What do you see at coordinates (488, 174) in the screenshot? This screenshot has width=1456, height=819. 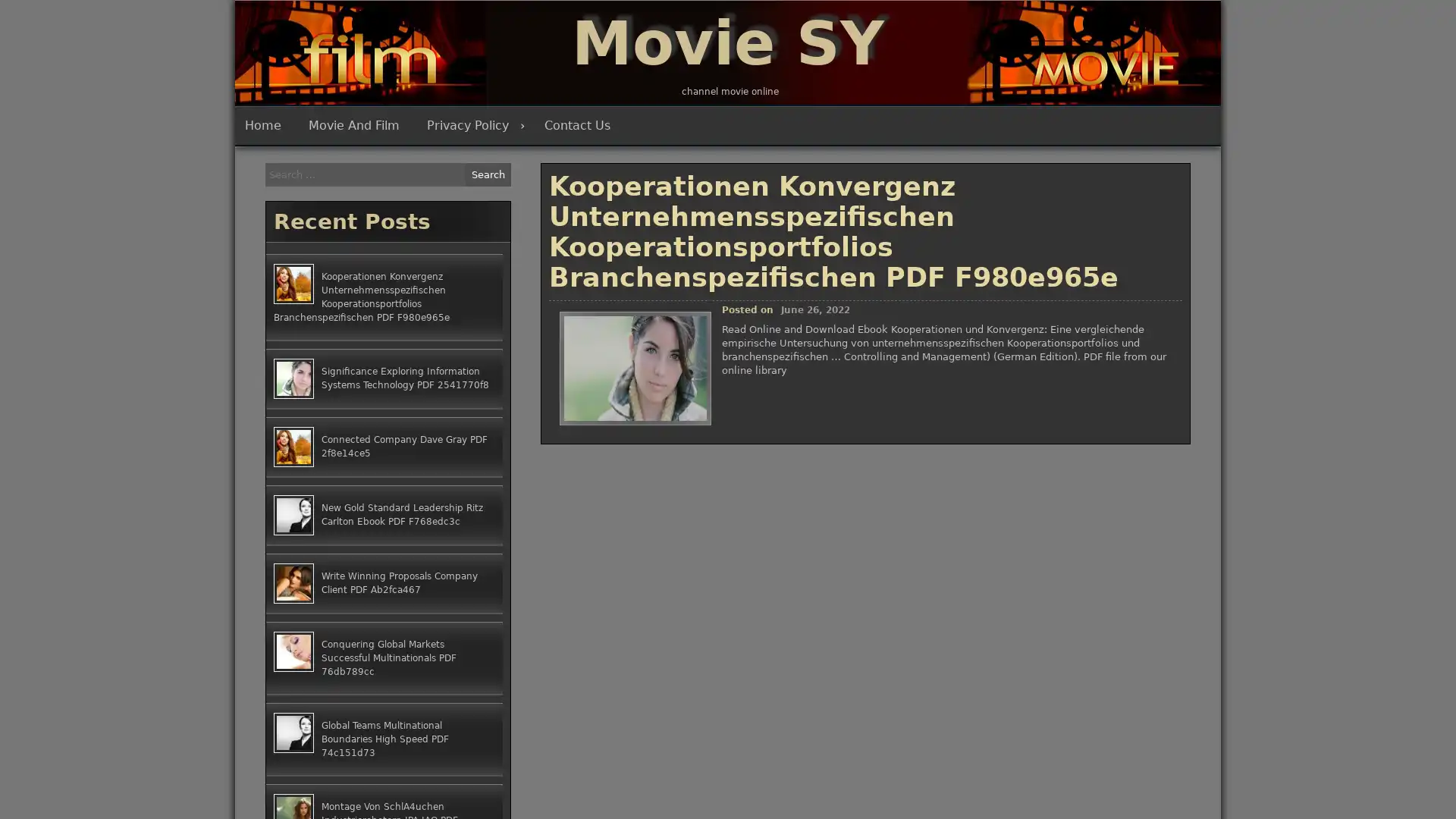 I see `Search` at bounding box center [488, 174].